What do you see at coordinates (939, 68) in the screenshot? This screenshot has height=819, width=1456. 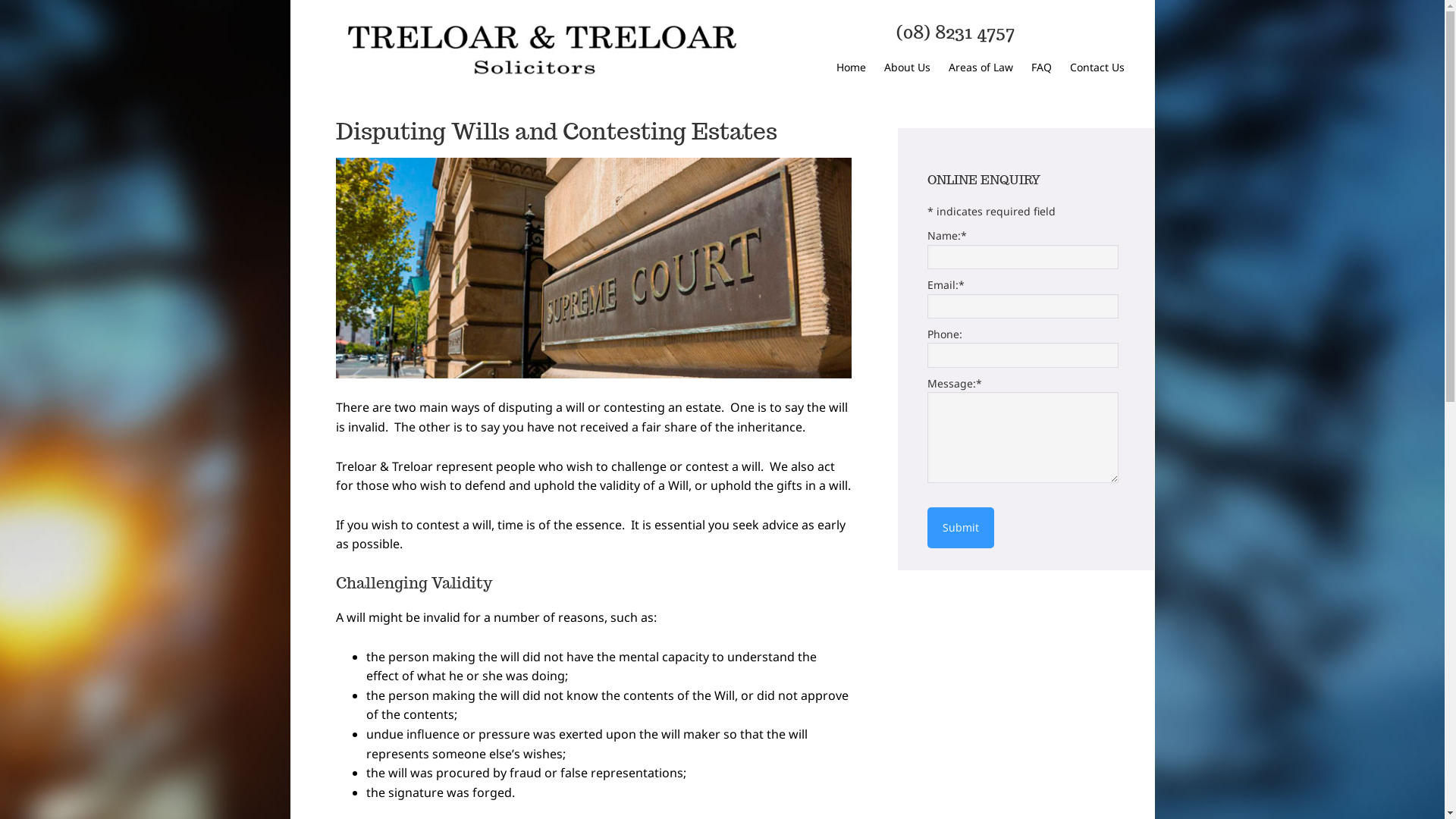 I see `'Areas of Law'` at bounding box center [939, 68].